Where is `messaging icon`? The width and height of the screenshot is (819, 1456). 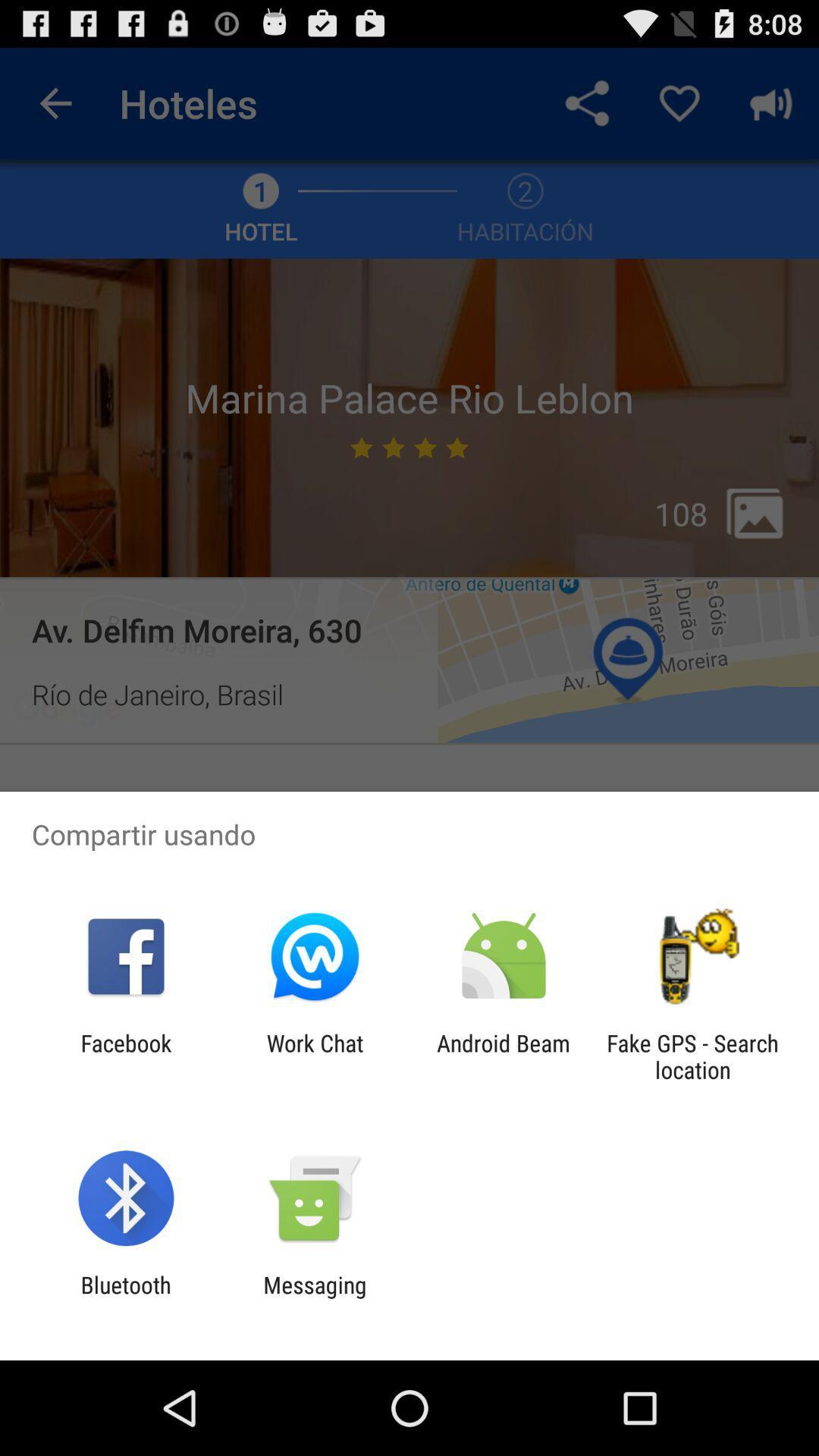
messaging icon is located at coordinates (314, 1298).